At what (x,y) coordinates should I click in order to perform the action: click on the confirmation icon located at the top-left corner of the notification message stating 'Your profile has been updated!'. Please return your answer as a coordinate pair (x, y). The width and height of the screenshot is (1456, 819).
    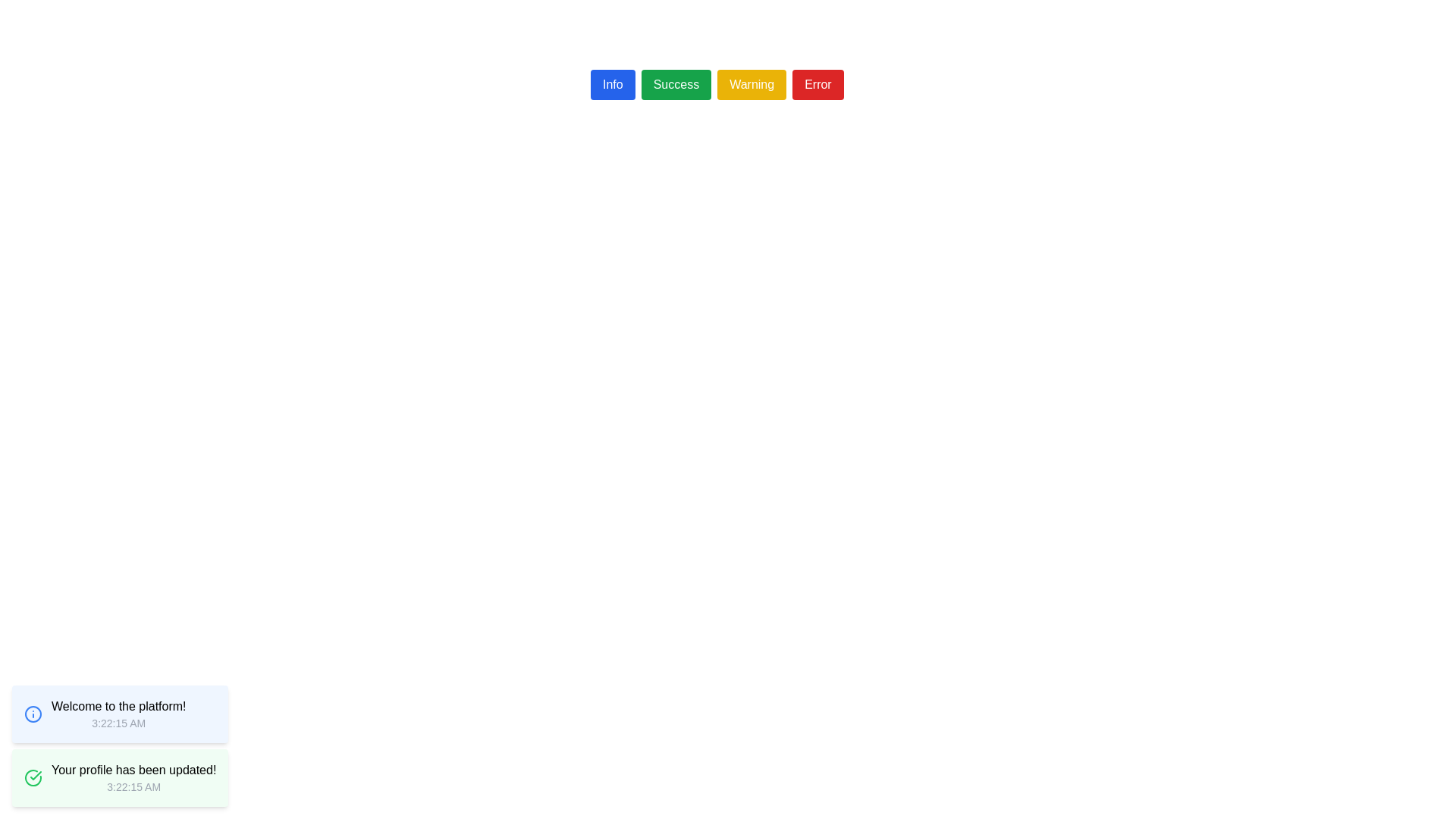
    Looking at the image, I should click on (33, 778).